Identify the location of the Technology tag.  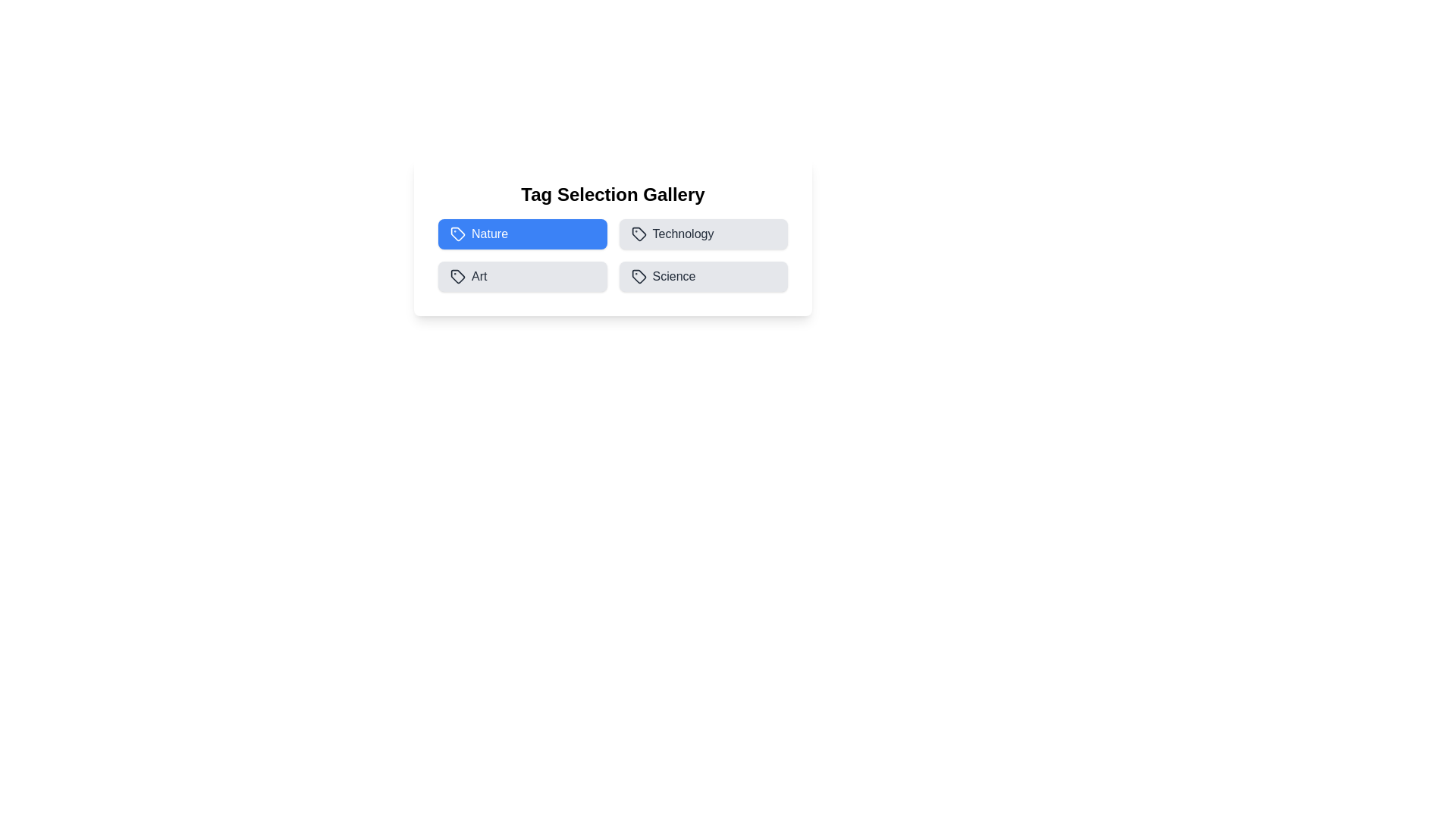
(702, 234).